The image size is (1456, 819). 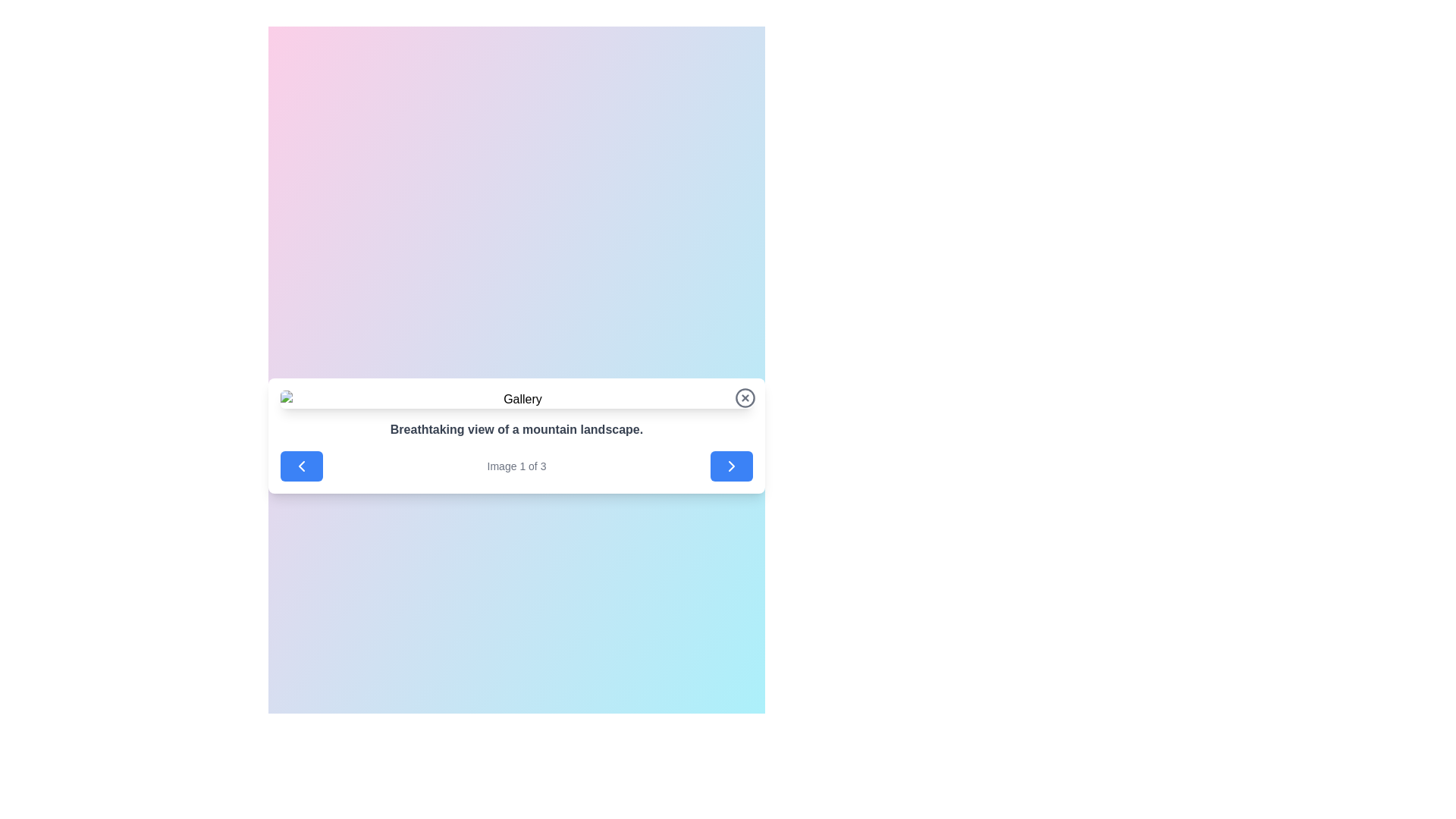 I want to click on the small right-pointing chevron navigation icon, which is styled with a white stroke and a blue background, so click(x=731, y=465).